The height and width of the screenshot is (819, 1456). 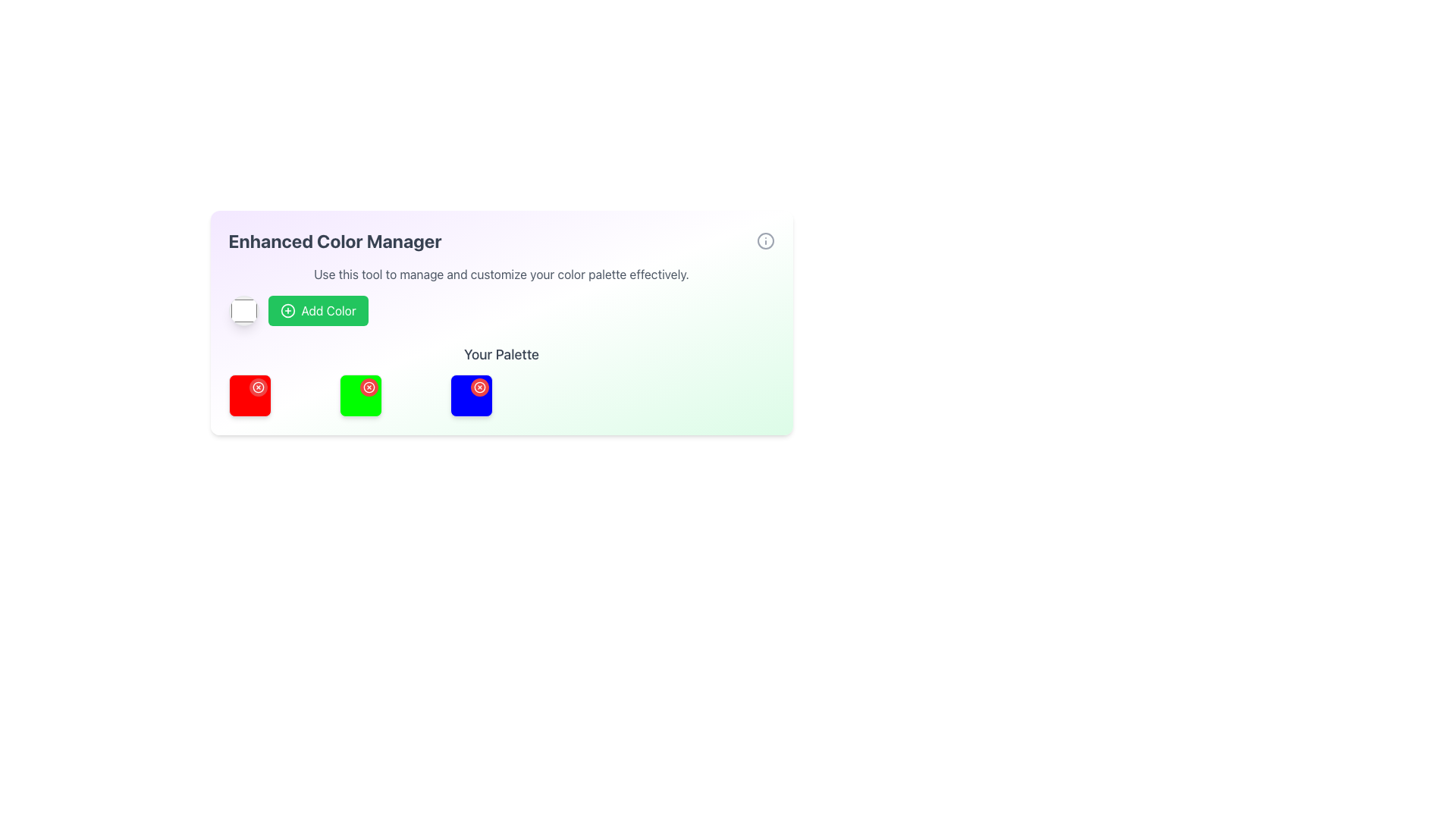 I want to click on the third item in the color palette, which is represented by a red circular icon with an X, so click(x=471, y=394).